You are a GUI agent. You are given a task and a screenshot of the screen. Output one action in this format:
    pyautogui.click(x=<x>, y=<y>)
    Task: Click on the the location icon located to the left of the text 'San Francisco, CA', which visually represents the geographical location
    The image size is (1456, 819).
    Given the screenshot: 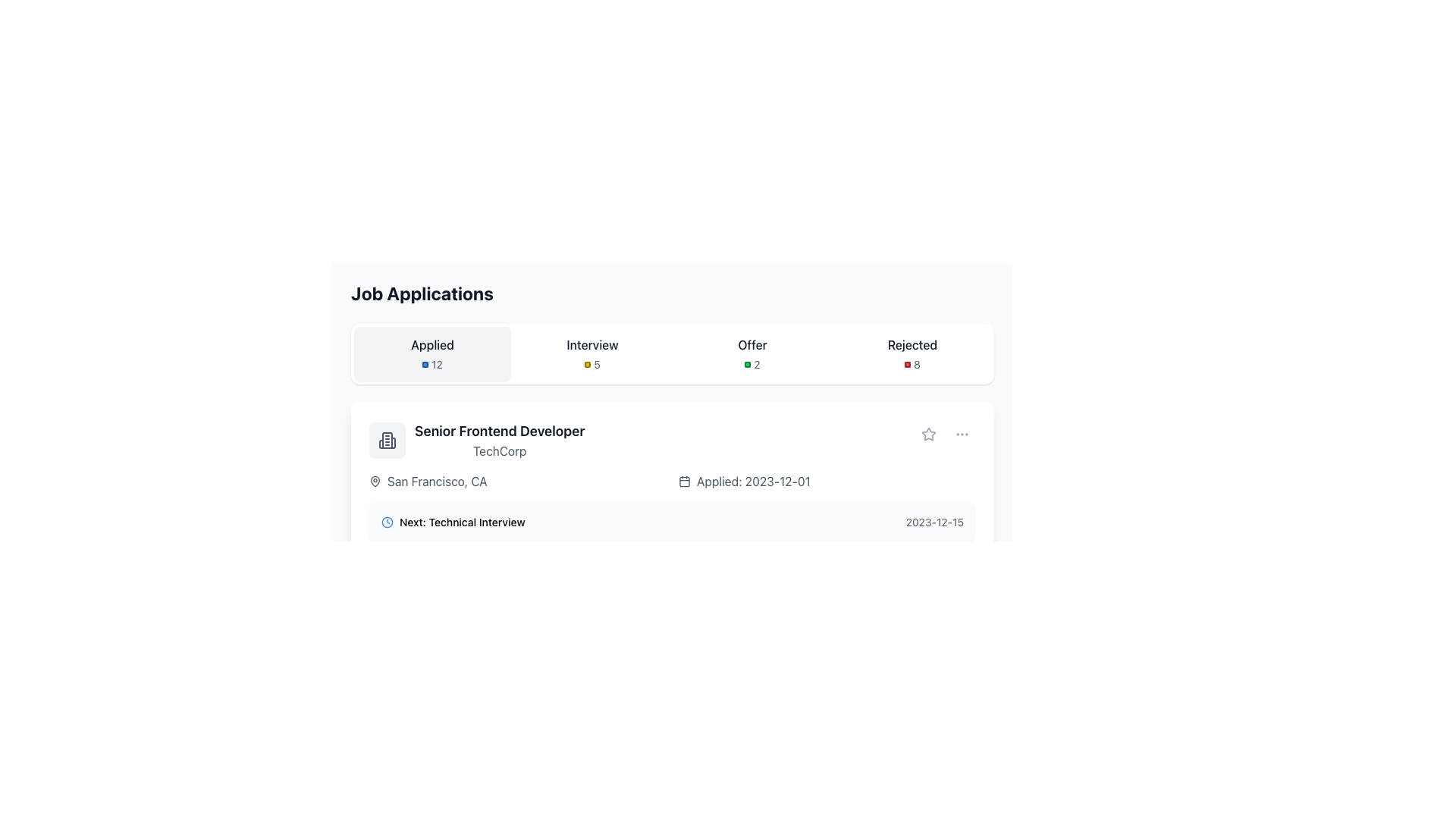 What is the action you would take?
    pyautogui.click(x=375, y=482)
    